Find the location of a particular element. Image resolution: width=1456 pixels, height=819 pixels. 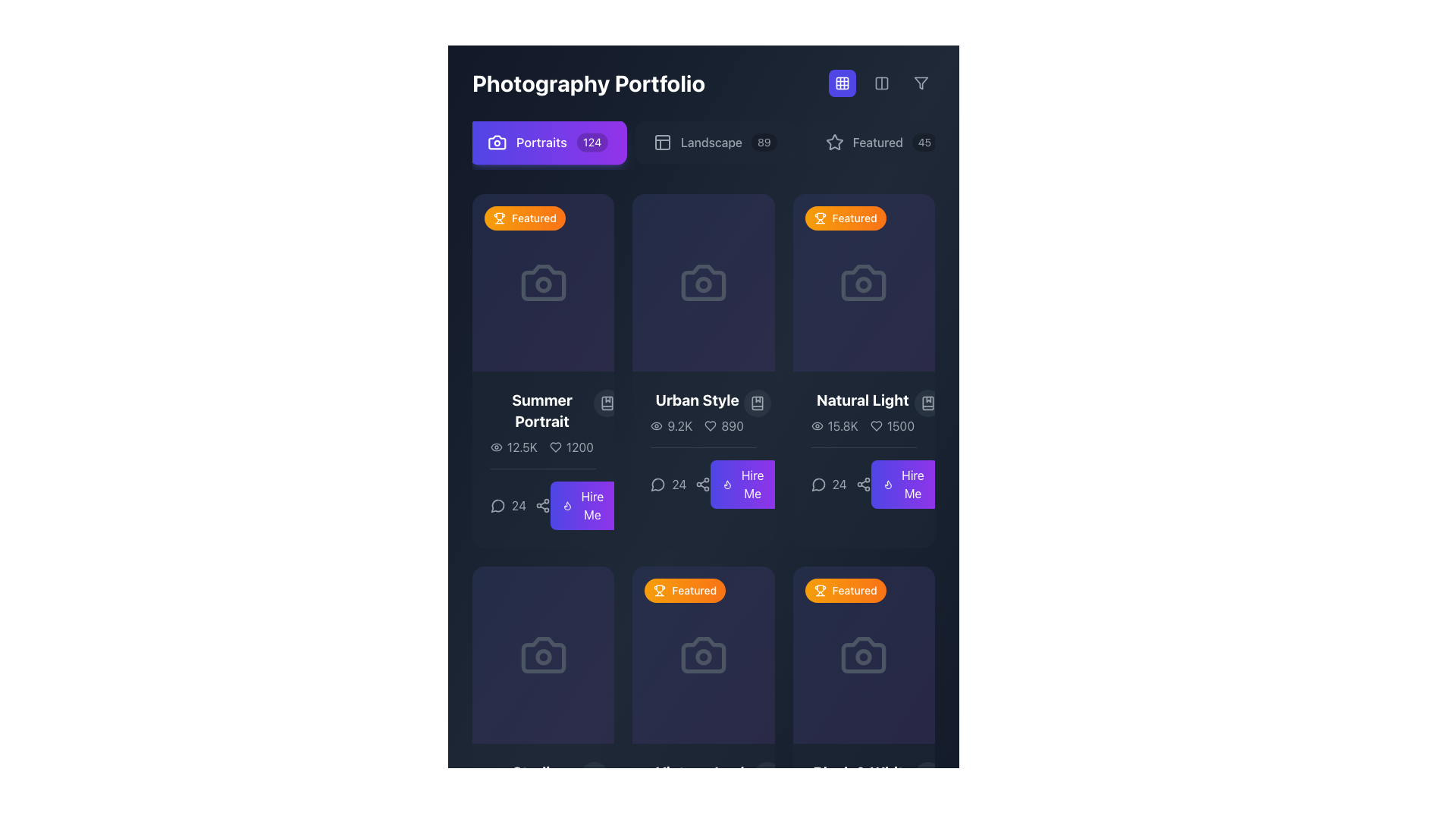

the camera body element within the camera icon on the third card of the second row, which is marked with the 'Featured' tag is located at coordinates (702, 654).